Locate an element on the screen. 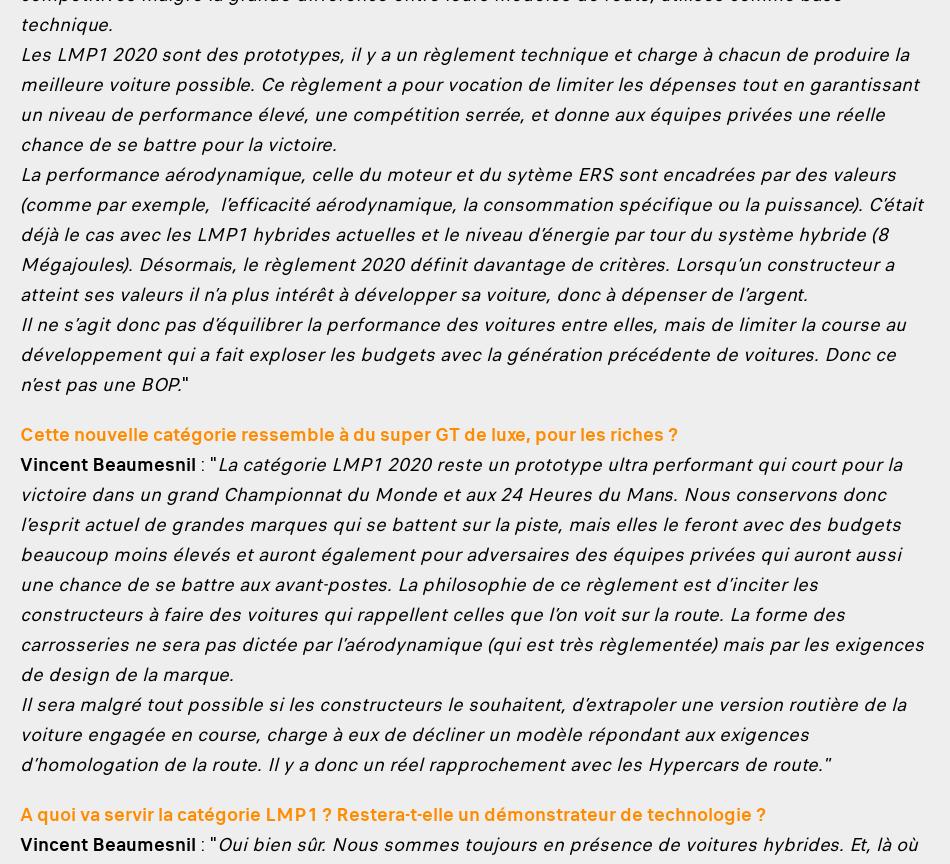  'A quoi va servir la catégorie LMP1 ? Restera-t-elle un démonstrateur de technologie ?' is located at coordinates (392, 813).